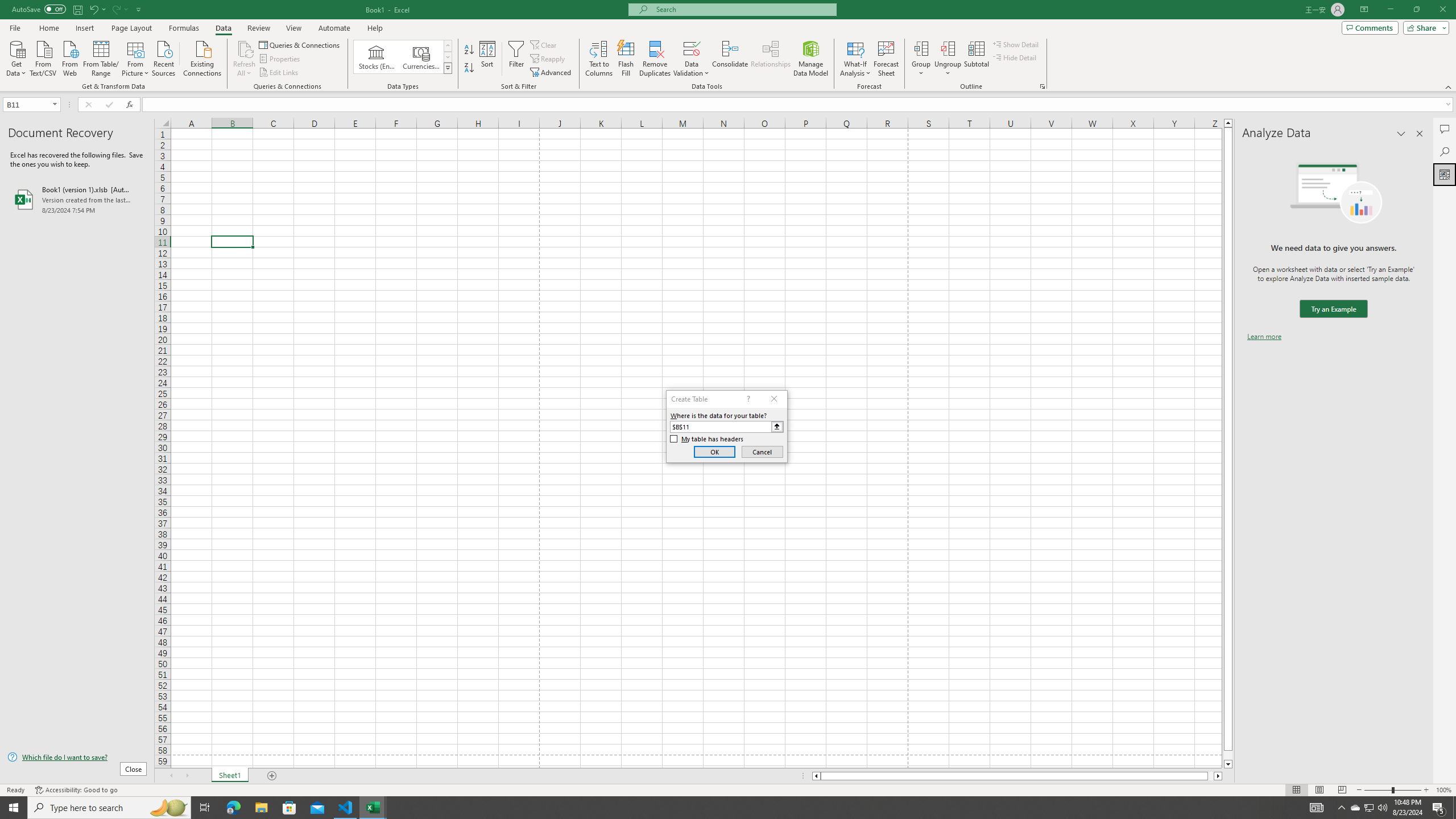 This screenshot has height=819, width=1456. What do you see at coordinates (164, 57) in the screenshot?
I see `'Recent Sources'` at bounding box center [164, 57].